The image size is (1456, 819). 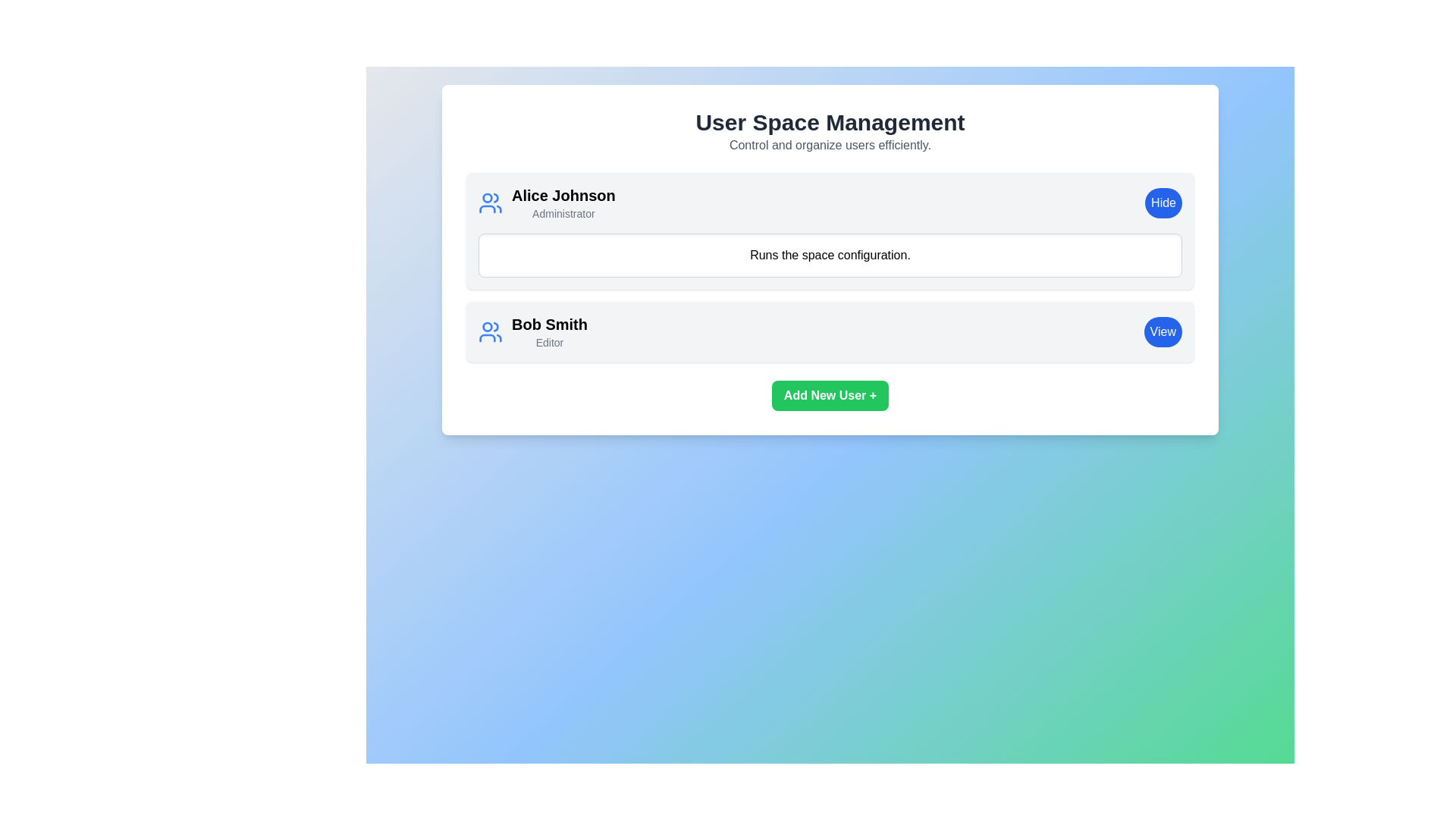 I want to click on the blue-colored icon resembling two stylized people, located next to 'Alice Johnson Administrator' in the top section of the list entry, so click(x=491, y=202).